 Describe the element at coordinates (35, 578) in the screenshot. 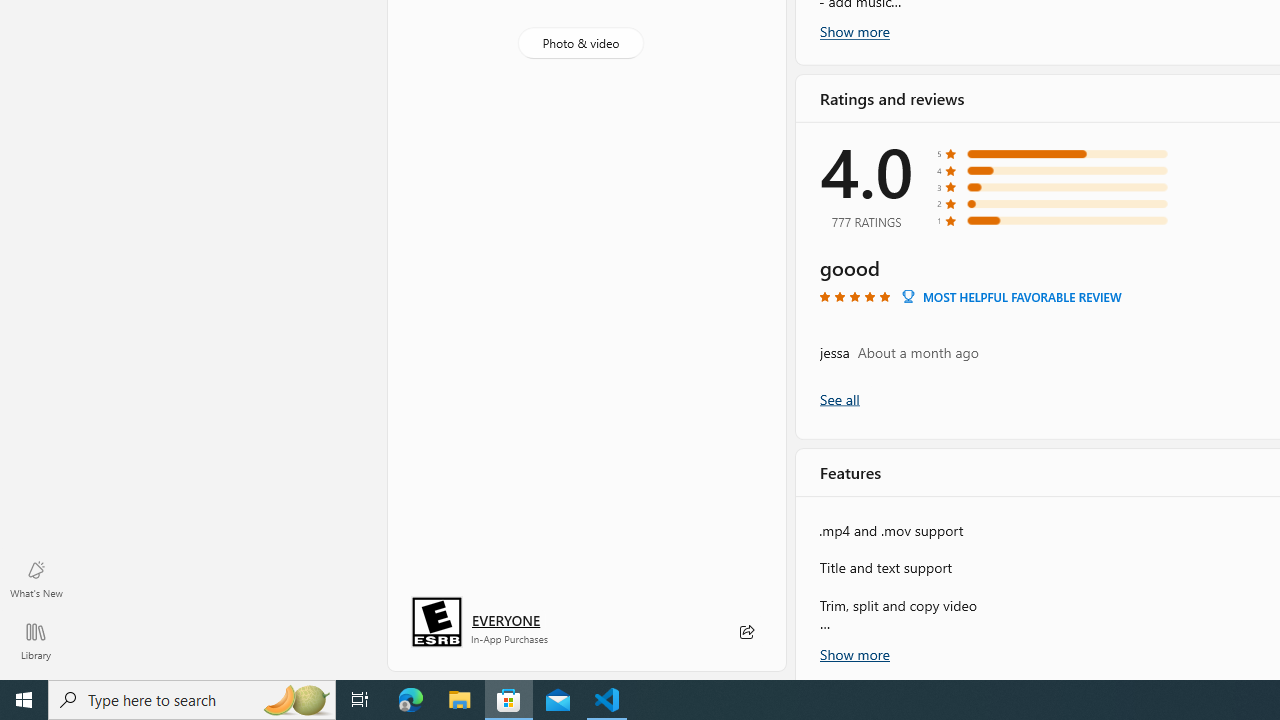

I see `'What'` at that location.